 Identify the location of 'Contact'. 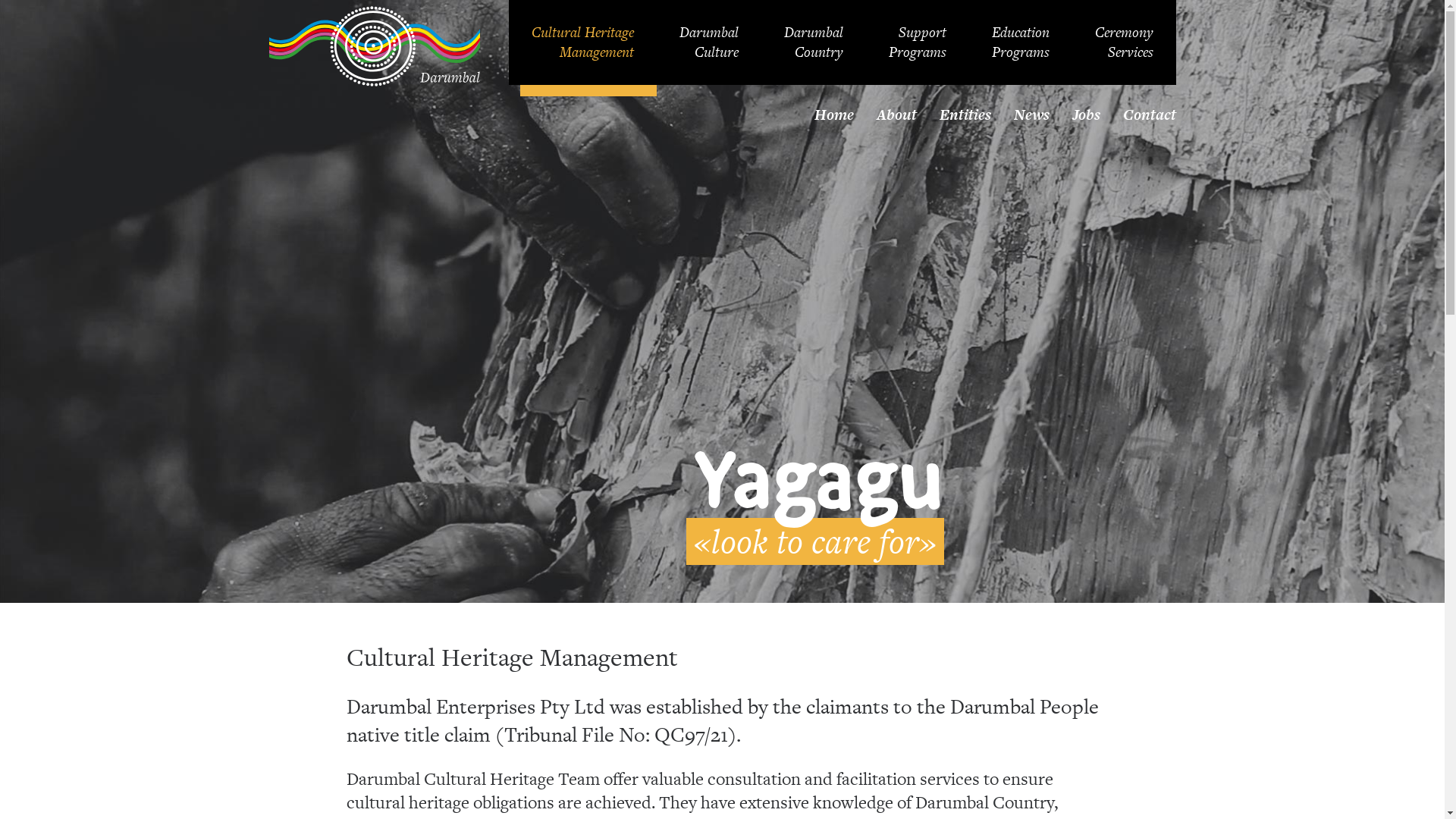
(1150, 114).